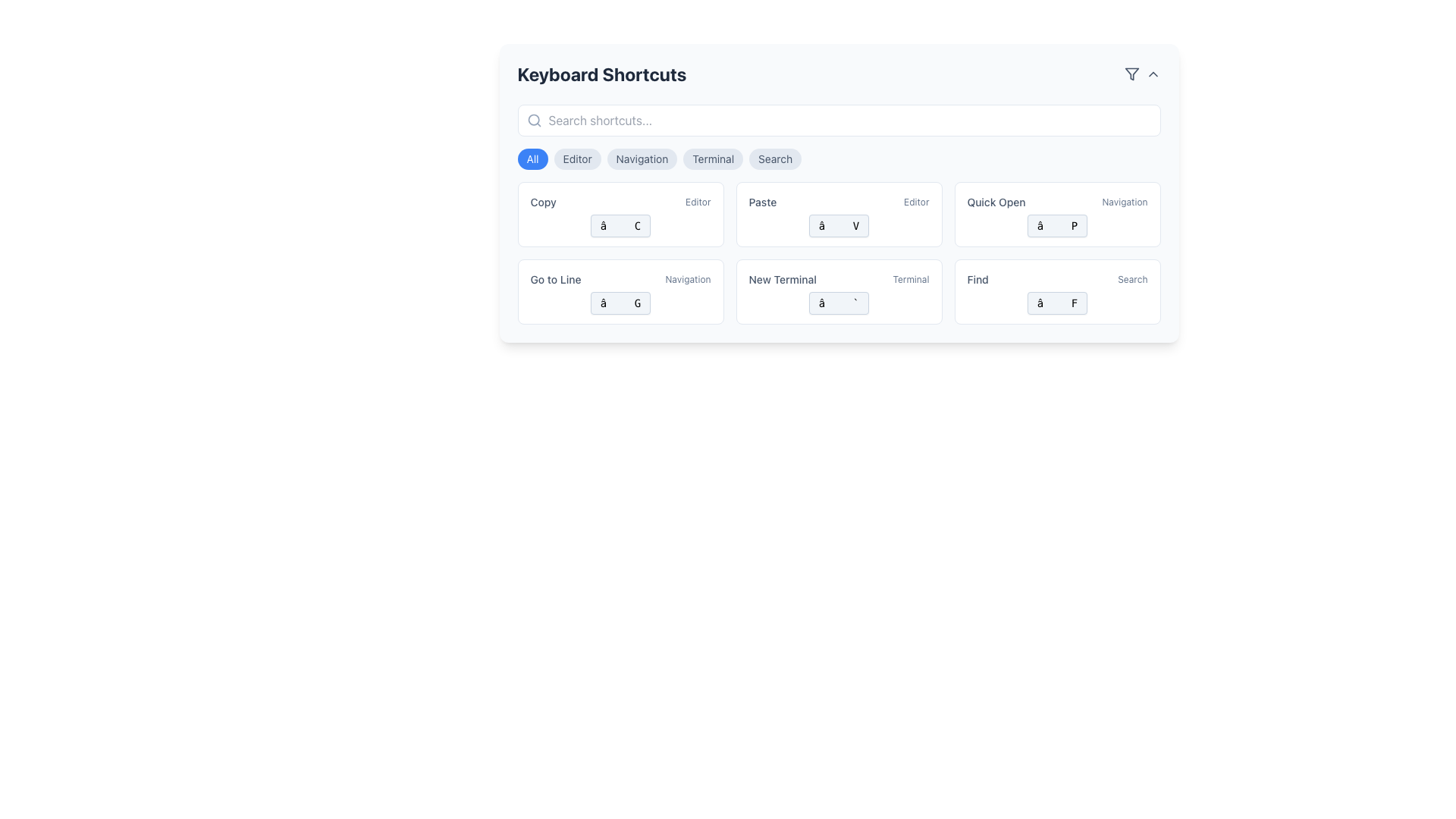  What do you see at coordinates (620, 214) in the screenshot?
I see `the copy shortcut button located in the top-left area of the grid, adjacent to the 'Paste' button and above the 'Go to Line' button` at bounding box center [620, 214].